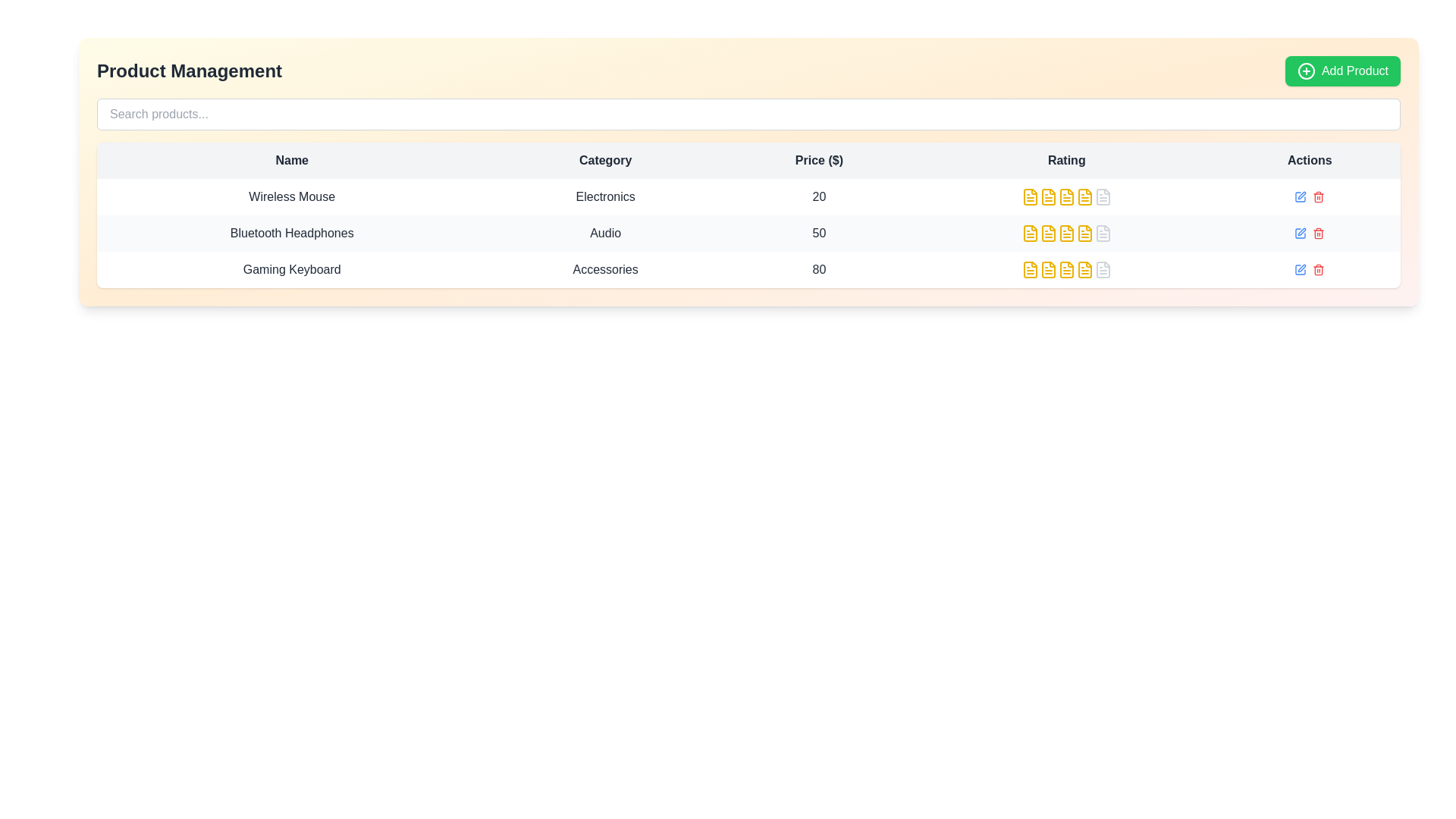 This screenshot has height=819, width=1456. What do you see at coordinates (818, 234) in the screenshot?
I see `the price label displaying the price of 'Bluetooth Headphones' in the product management table, located in the second row under the 'Price ($)' column` at bounding box center [818, 234].